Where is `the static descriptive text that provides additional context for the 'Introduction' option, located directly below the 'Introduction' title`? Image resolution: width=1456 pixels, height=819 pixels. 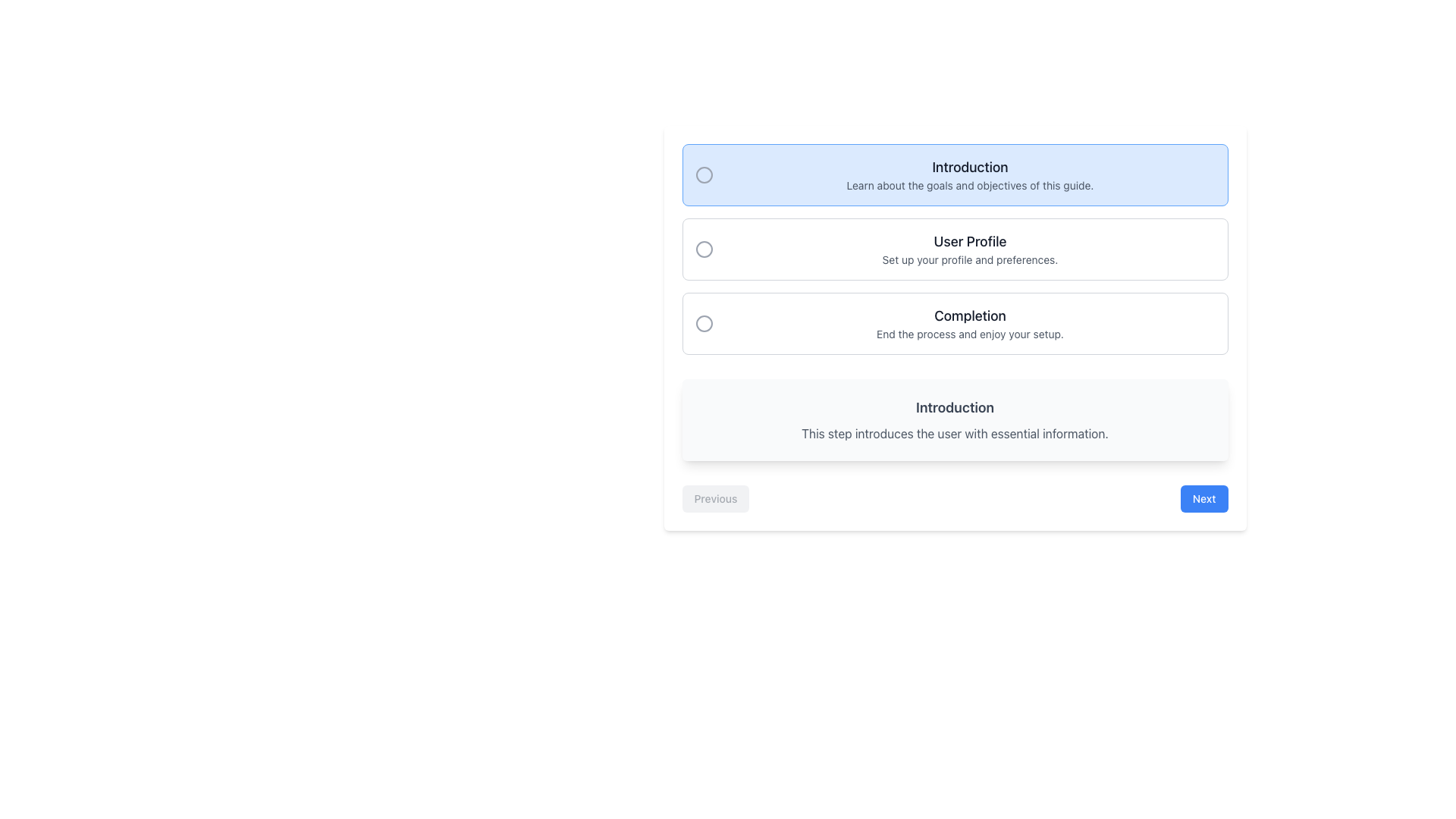
the static descriptive text that provides additional context for the 'Introduction' option, located directly below the 'Introduction' title is located at coordinates (969, 185).